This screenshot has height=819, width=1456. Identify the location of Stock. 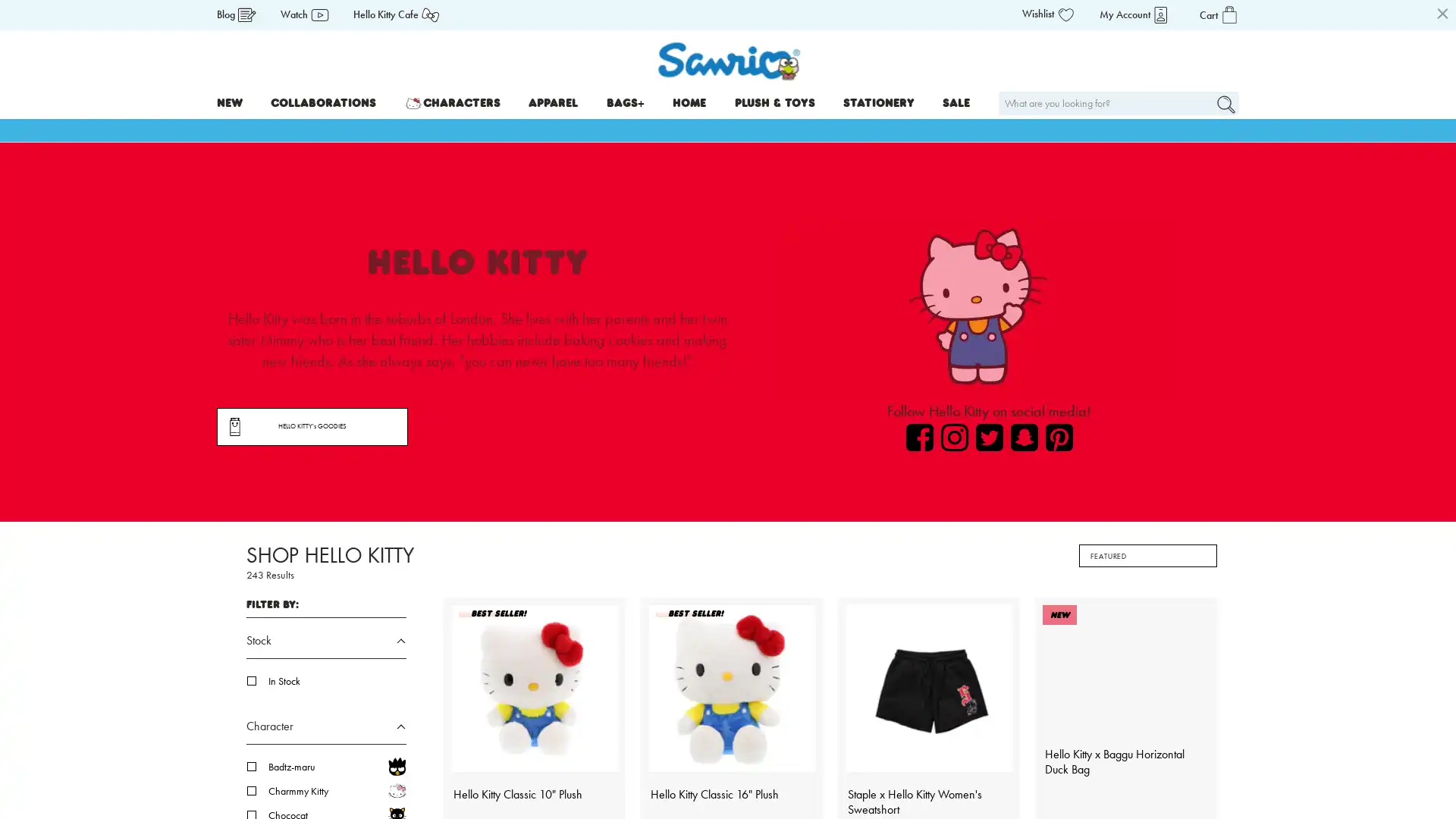
(325, 645).